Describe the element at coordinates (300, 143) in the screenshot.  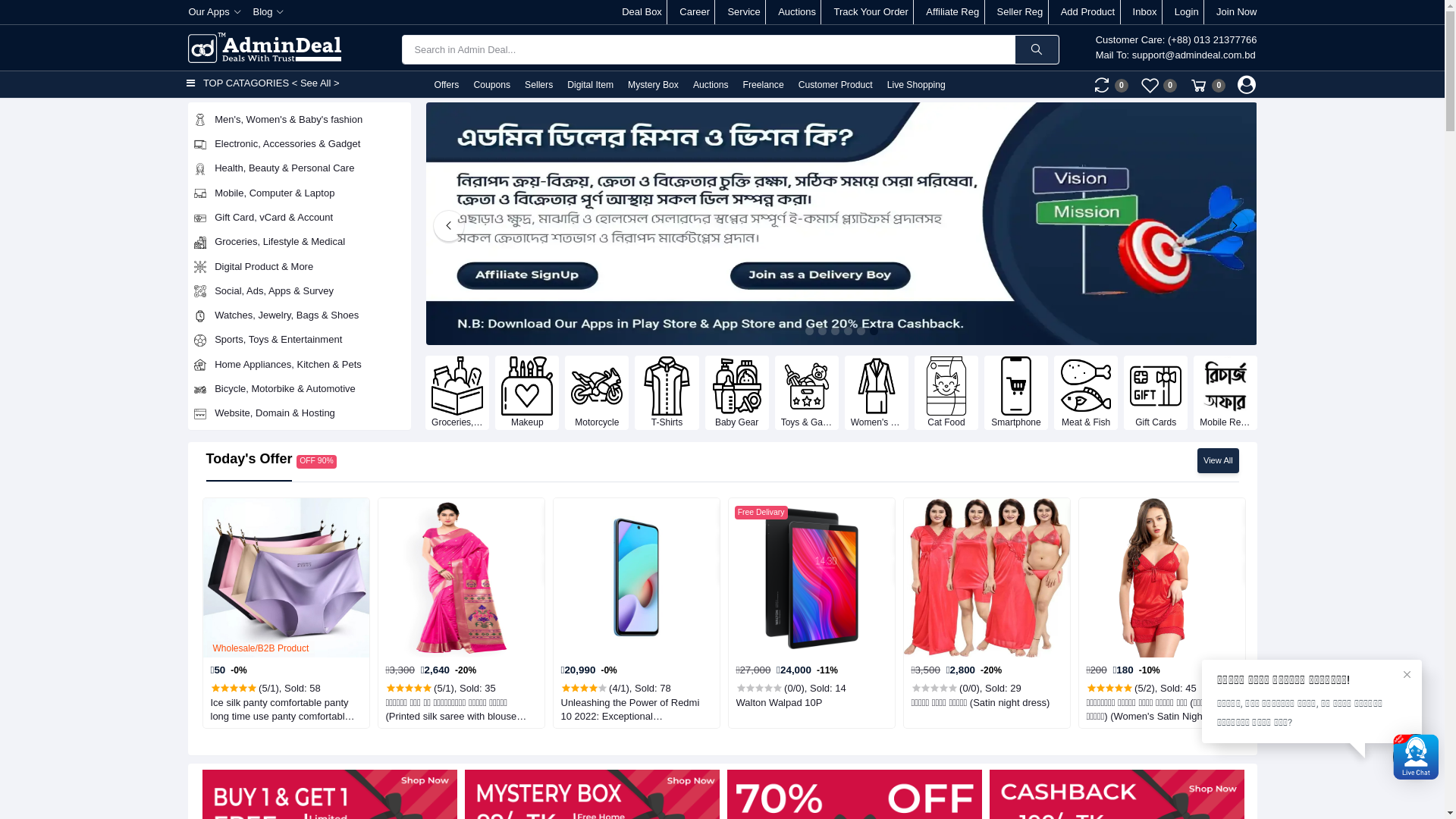
I see `'Electronic, Accessories & Gadget'` at that location.